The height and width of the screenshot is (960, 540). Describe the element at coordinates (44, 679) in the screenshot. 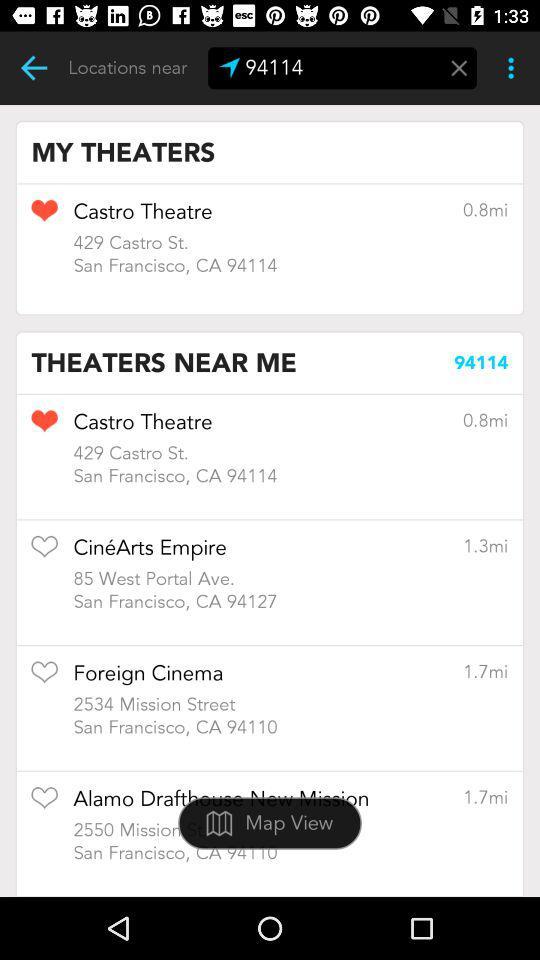

I see `like button` at that location.